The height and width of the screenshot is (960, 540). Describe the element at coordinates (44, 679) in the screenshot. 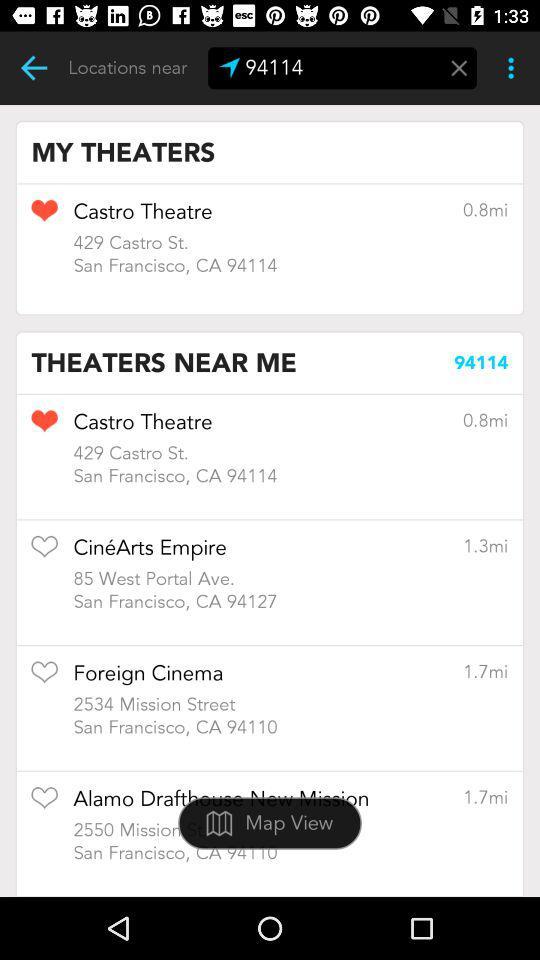

I see `like button` at that location.